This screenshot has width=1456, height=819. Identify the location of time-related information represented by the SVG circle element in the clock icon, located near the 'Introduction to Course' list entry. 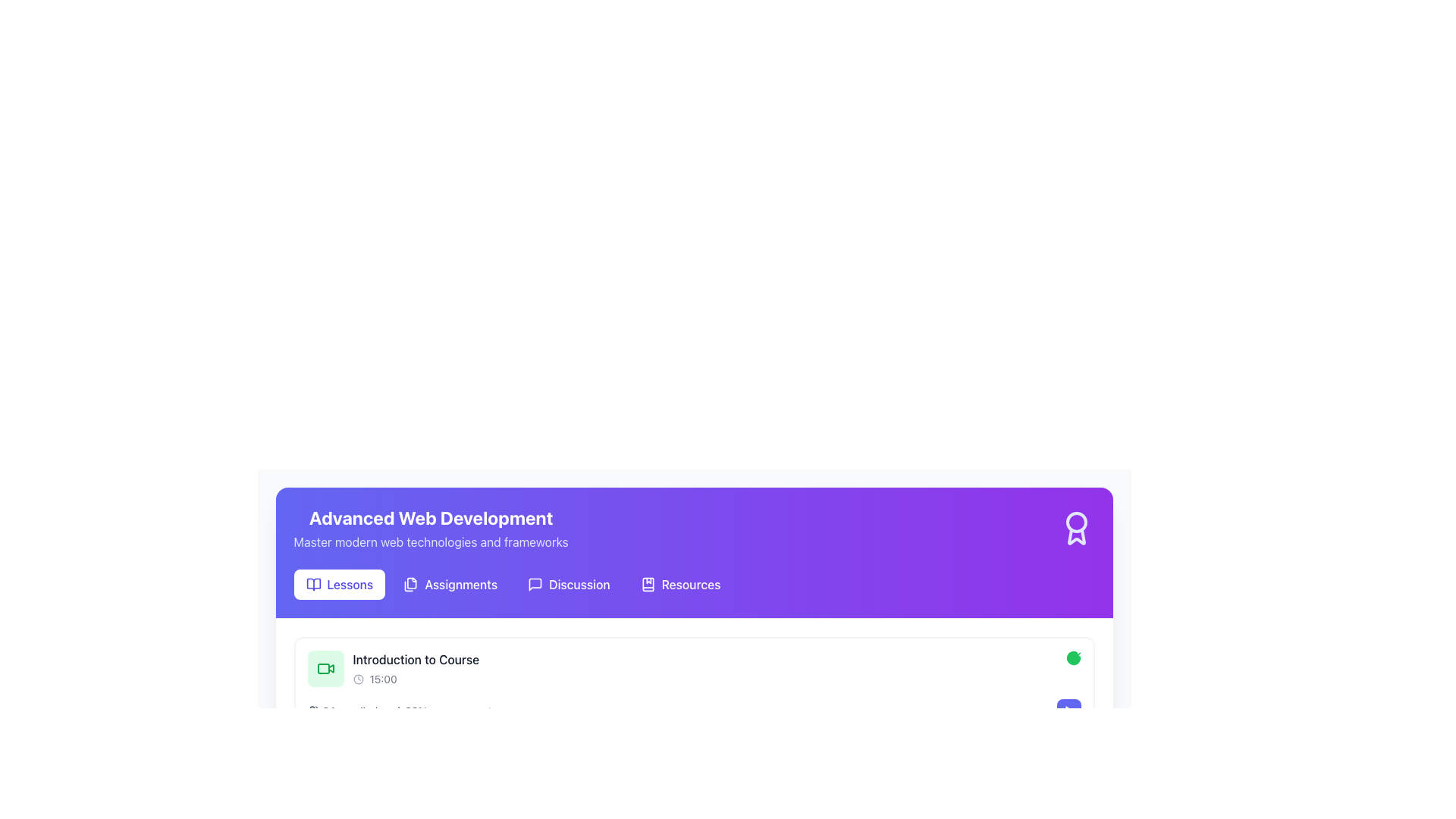
(357, 678).